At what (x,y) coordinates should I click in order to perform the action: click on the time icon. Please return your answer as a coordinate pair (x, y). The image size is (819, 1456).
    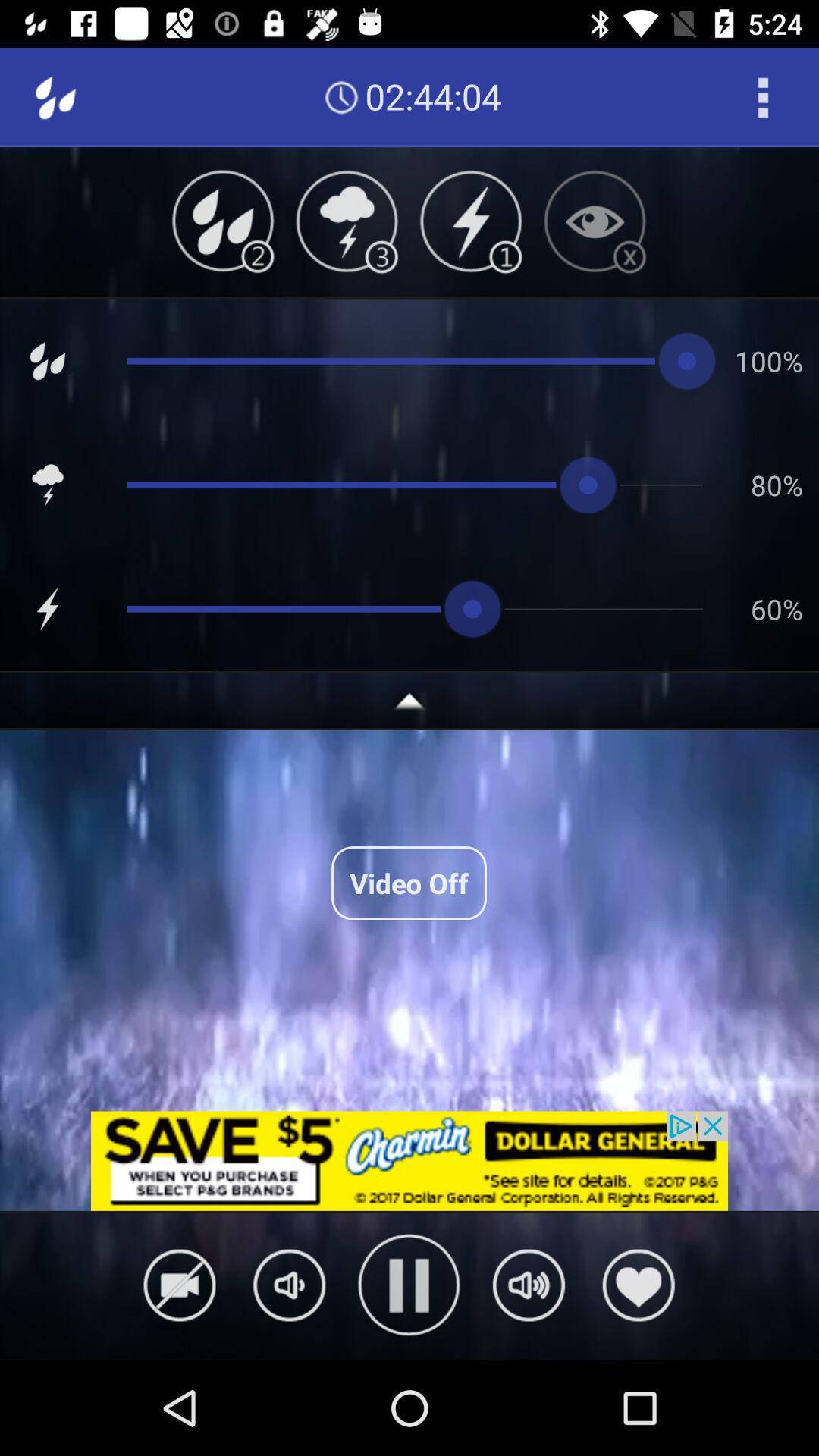
    Looking at the image, I should click on (341, 96).